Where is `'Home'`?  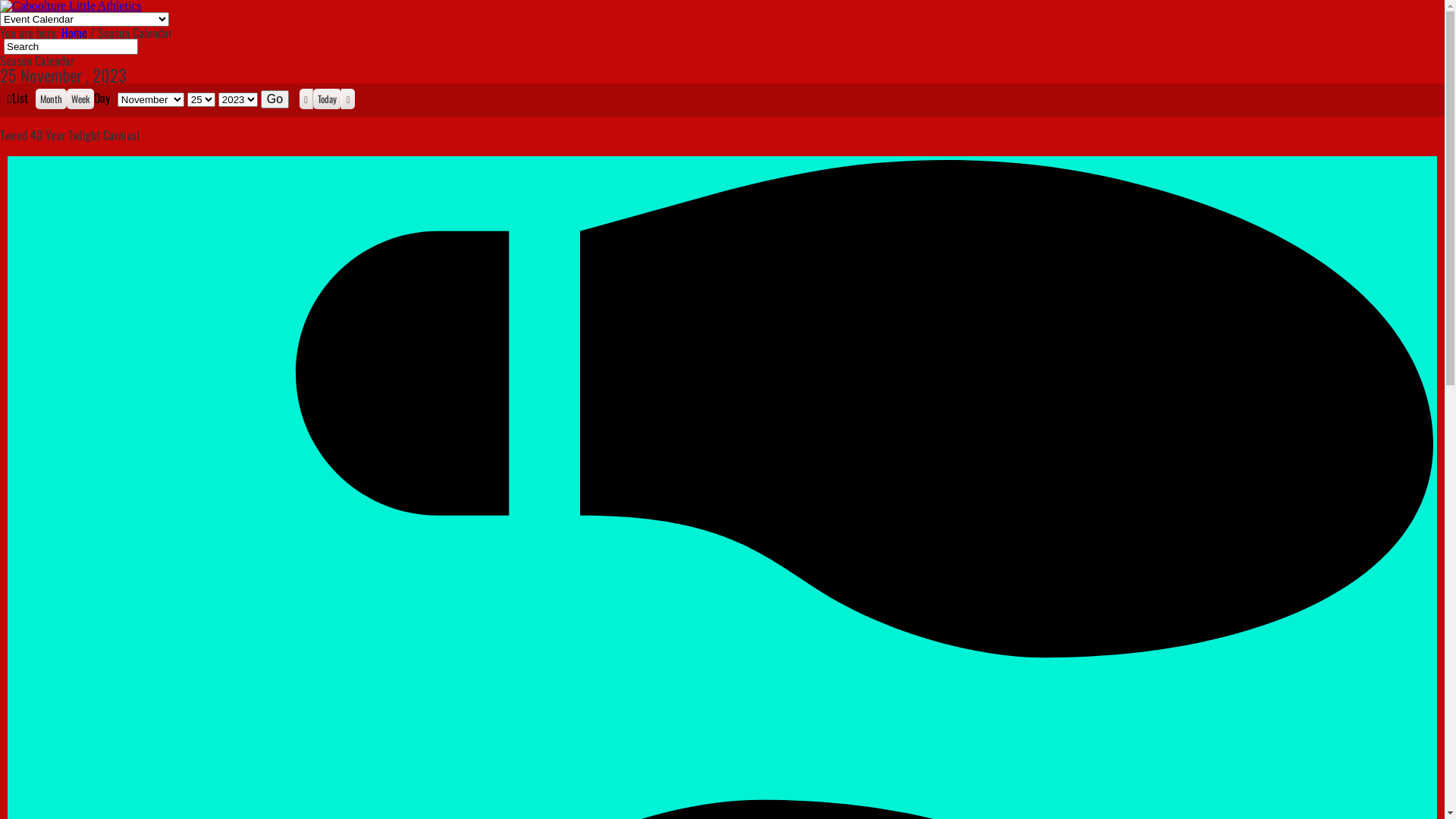
'Home' is located at coordinates (73, 32).